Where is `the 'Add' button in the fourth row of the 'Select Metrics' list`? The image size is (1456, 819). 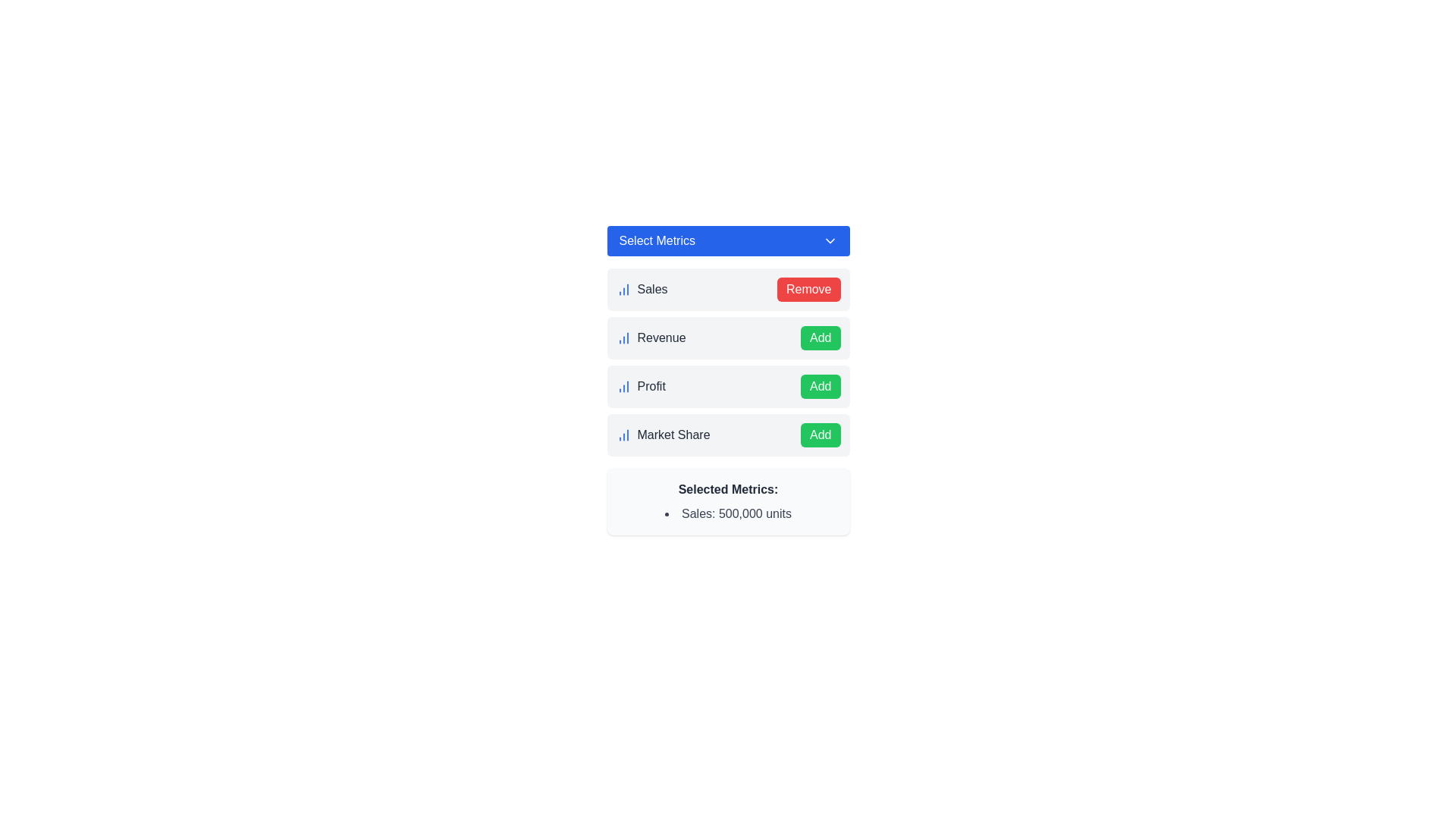
the 'Add' button in the fourth row of the 'Select Metrics' list is located at coordinates (728, 435).